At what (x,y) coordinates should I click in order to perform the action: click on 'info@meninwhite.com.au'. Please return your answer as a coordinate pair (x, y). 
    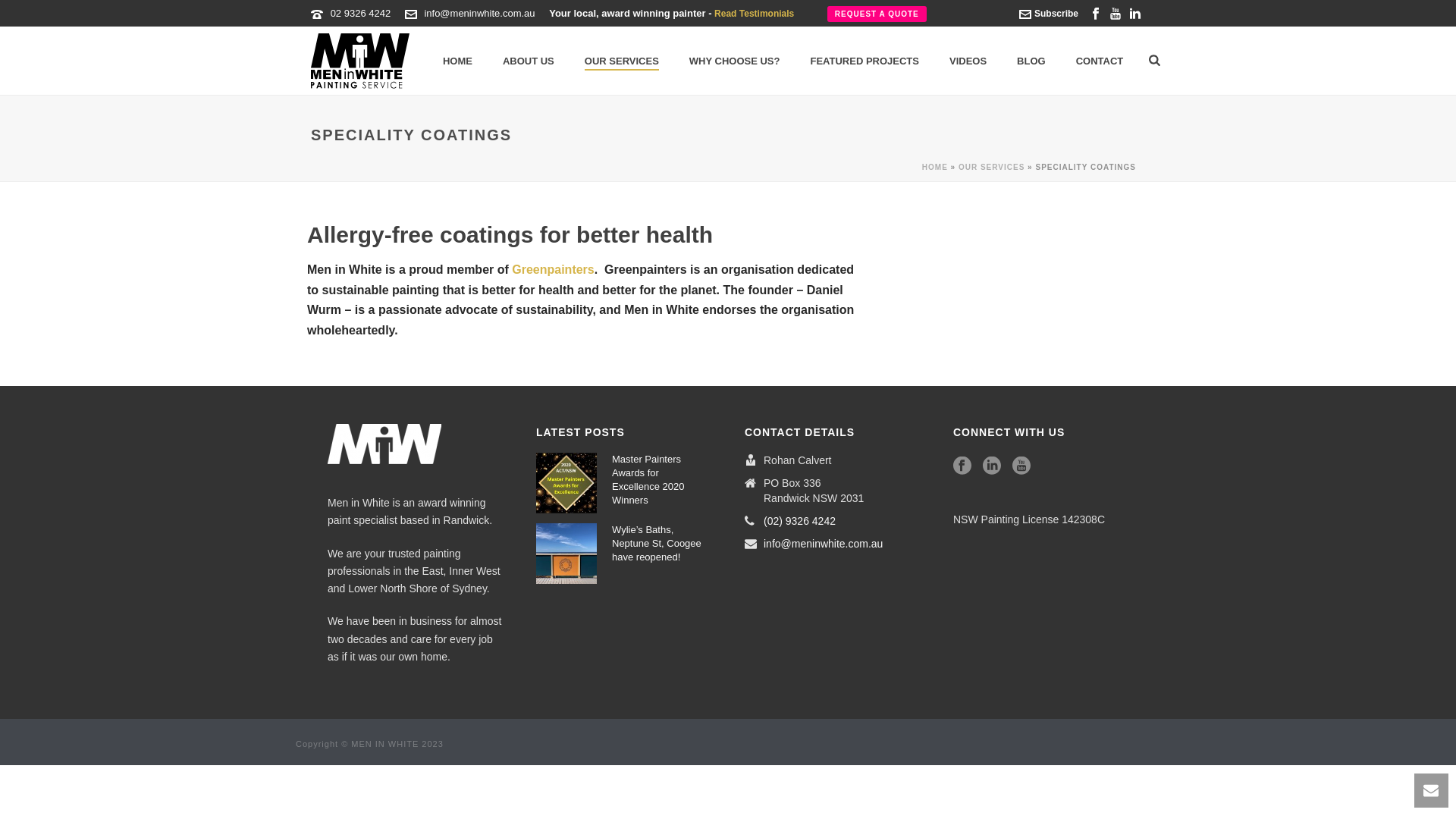
    Looking at the image, I should click on (822, 543).